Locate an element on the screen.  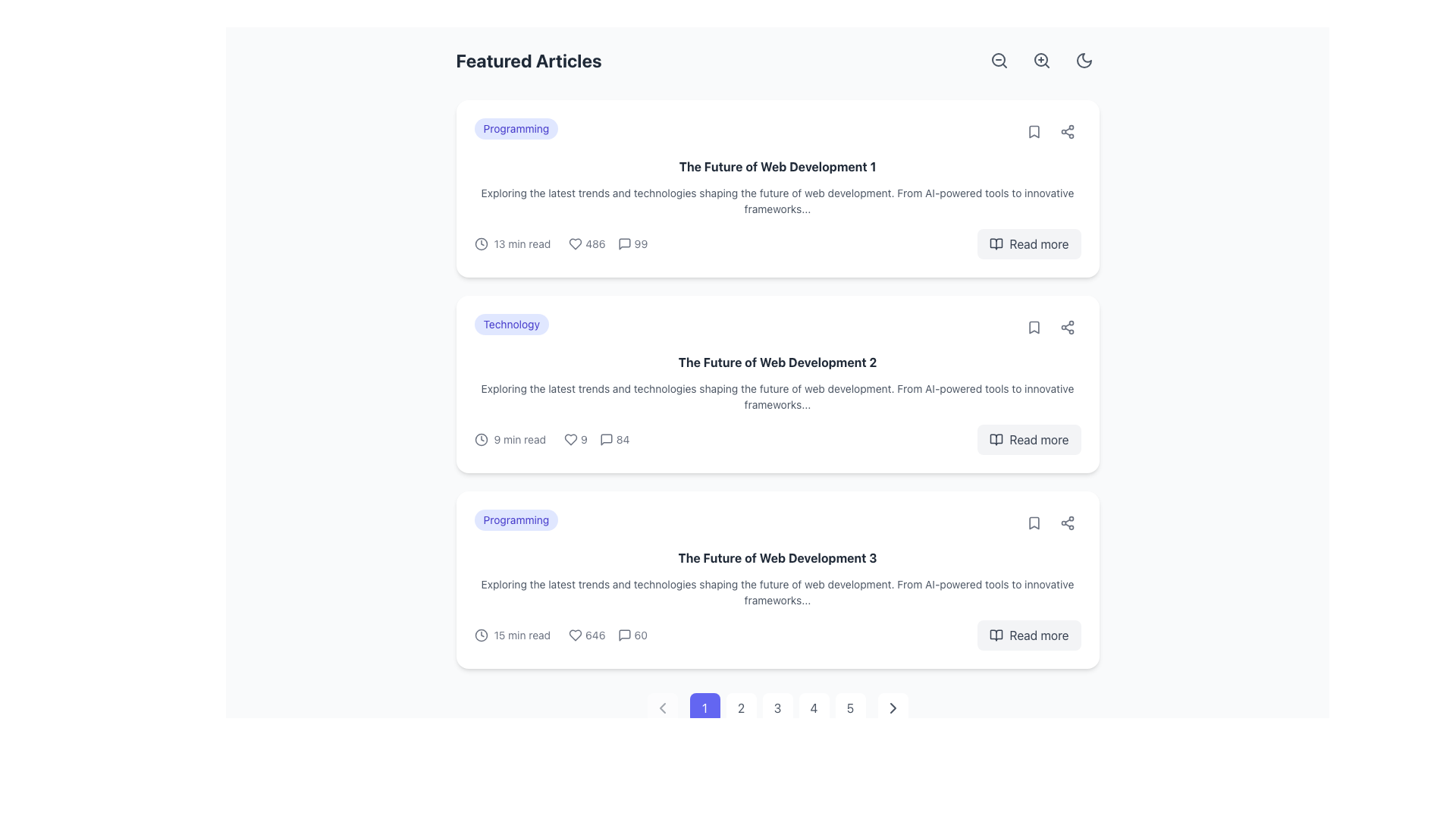
the category label badge located at the top-left corner of the first article card in the 'Featured Articles' section is located at coordinates (516, 127).